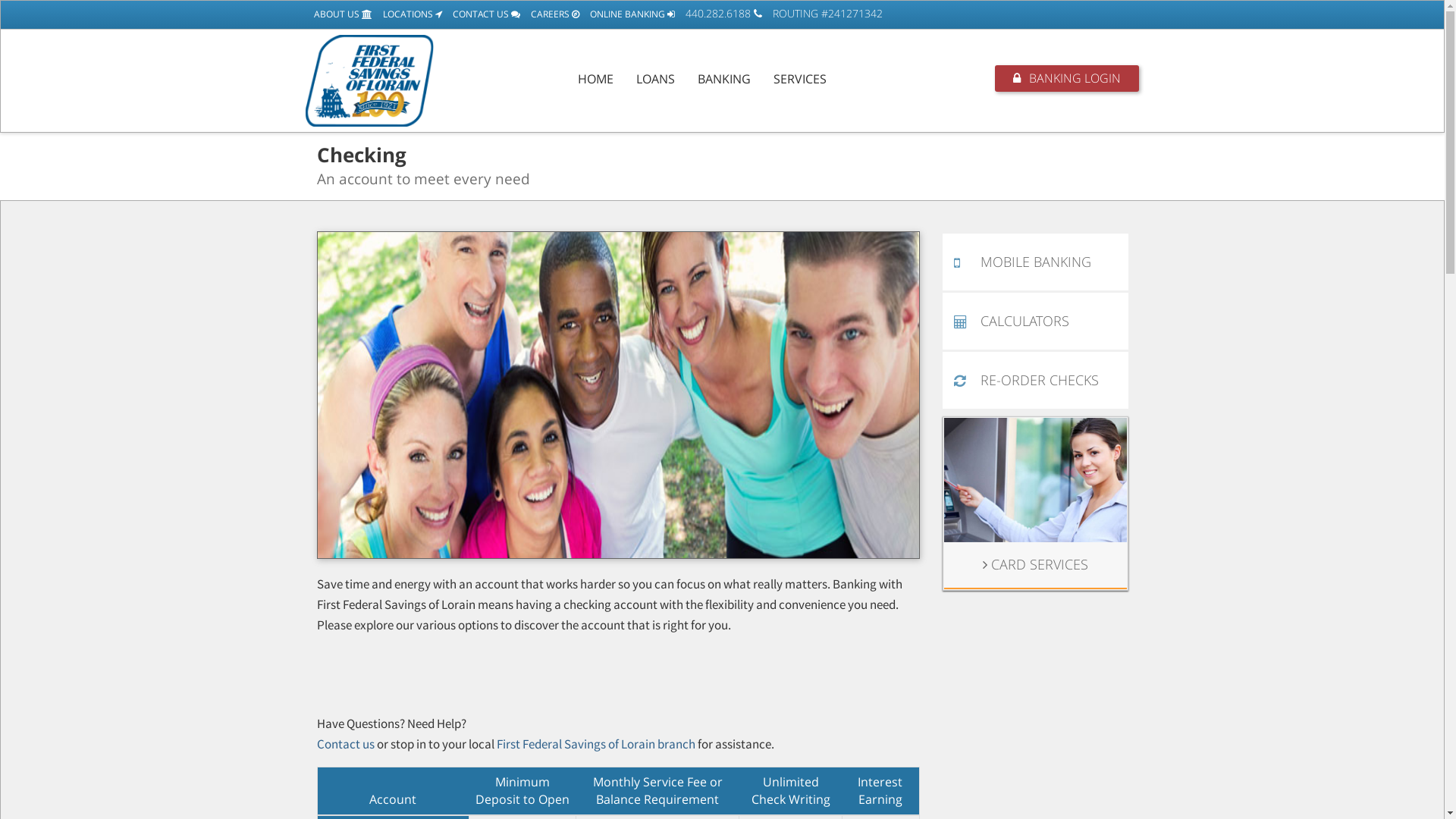  I want to click on 'SERVICES', so click(761, 79).